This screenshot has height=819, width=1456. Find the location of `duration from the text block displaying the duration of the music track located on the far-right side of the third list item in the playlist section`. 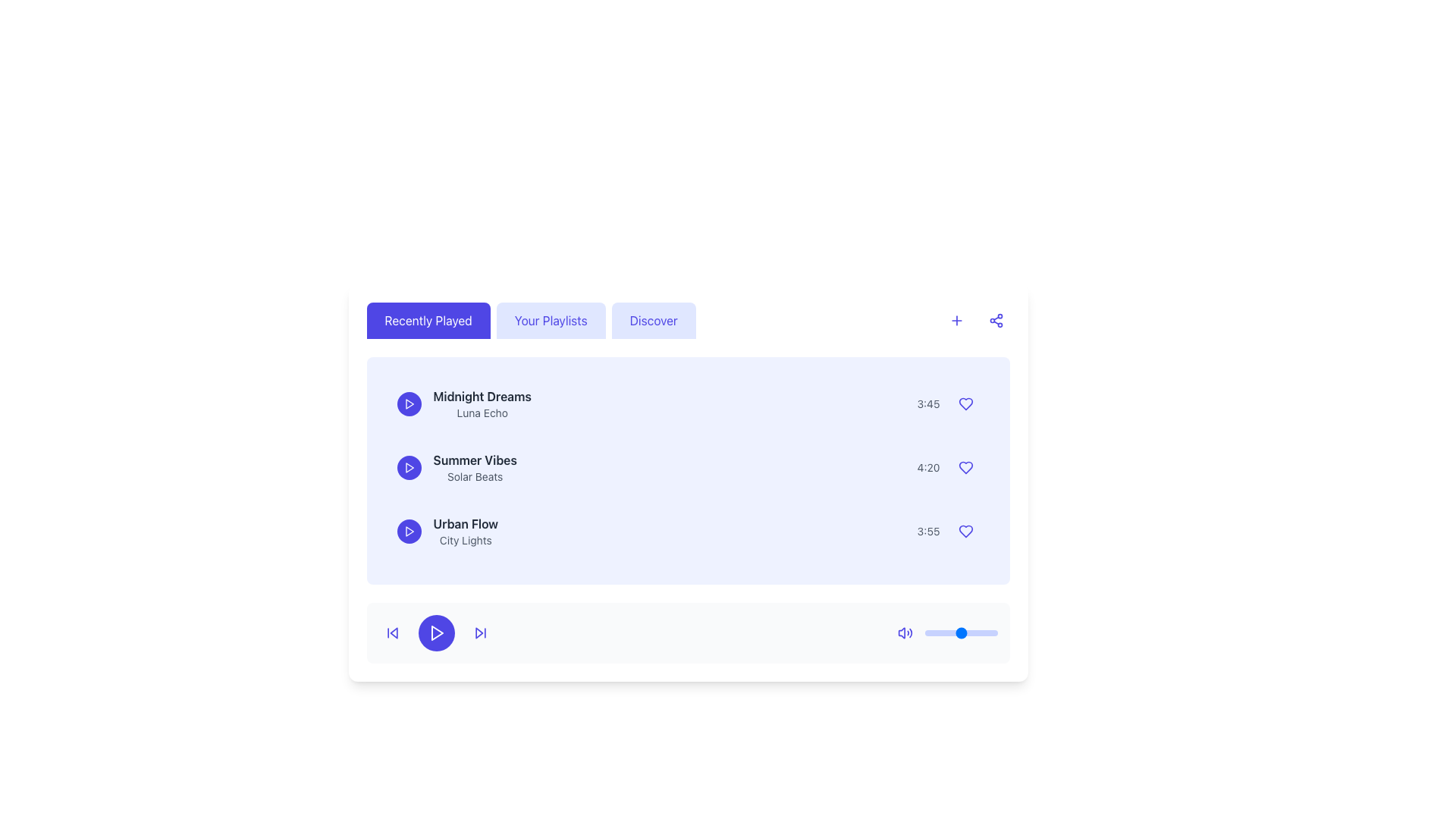

duration from the text block displaying the duration of the music track located on the far-right side of the third list item in the playlist section is located at coordinates (927, 531).